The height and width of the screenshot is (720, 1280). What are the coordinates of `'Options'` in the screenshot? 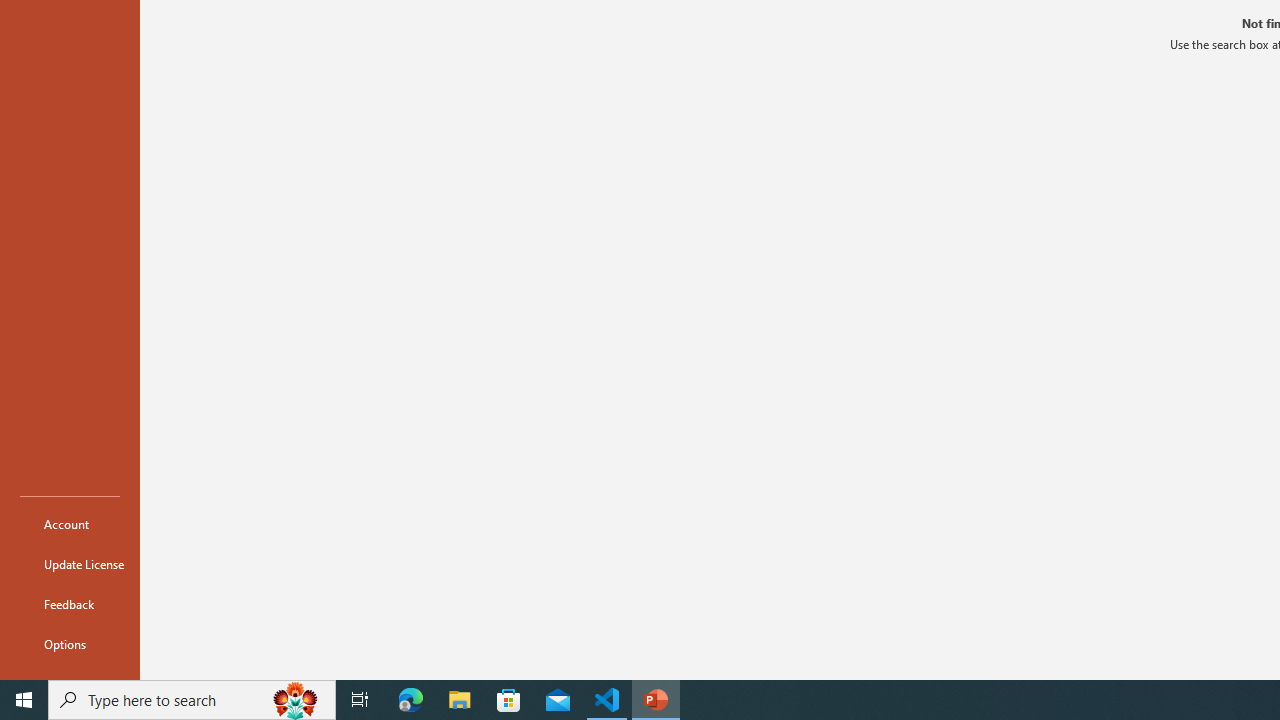 It's located at (69, 644).